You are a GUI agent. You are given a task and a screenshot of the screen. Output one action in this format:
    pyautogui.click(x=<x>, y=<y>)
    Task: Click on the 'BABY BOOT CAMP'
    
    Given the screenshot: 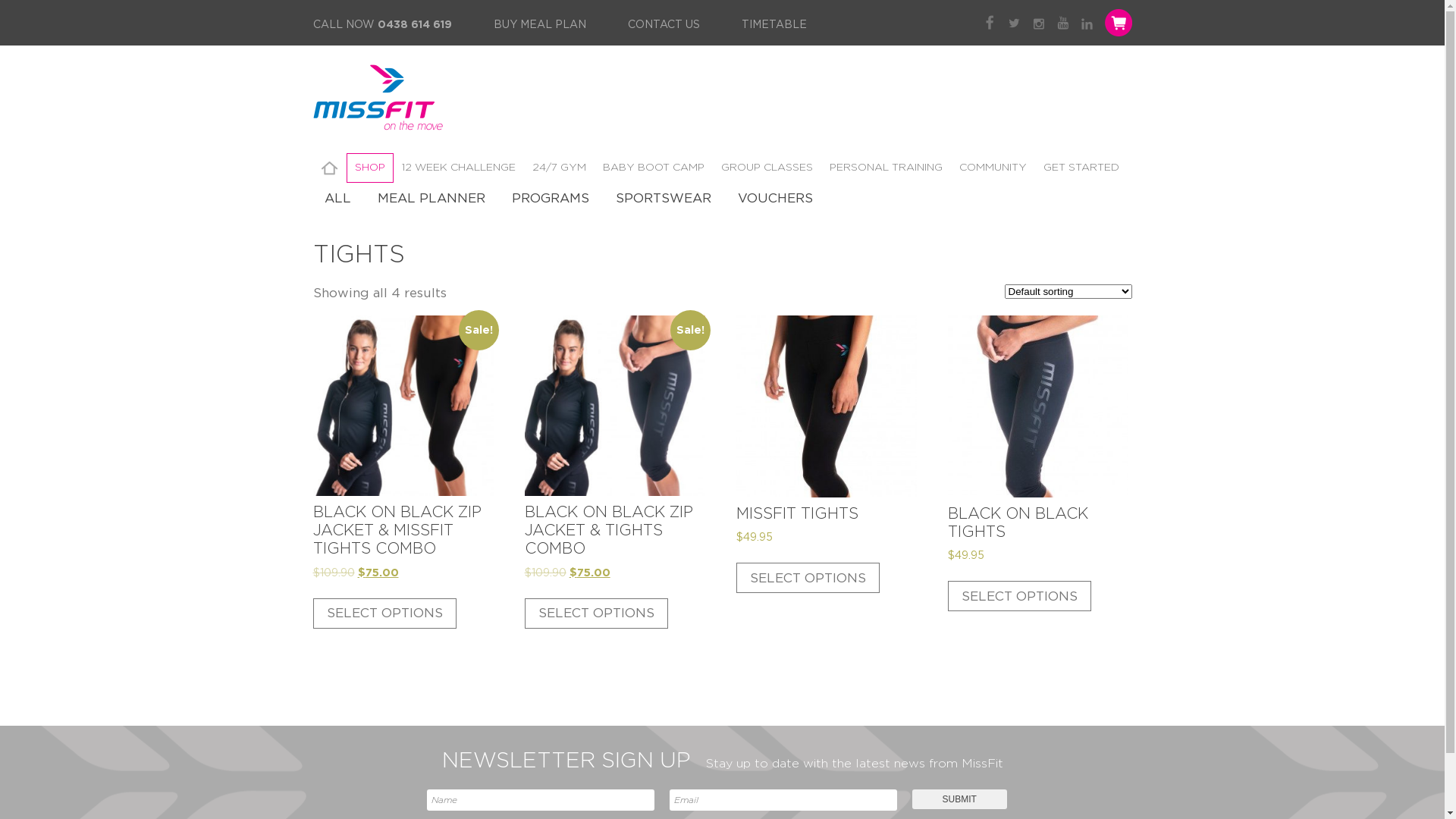 What is the action you would take?
    pyautogui.click(x=654, y=168)
    